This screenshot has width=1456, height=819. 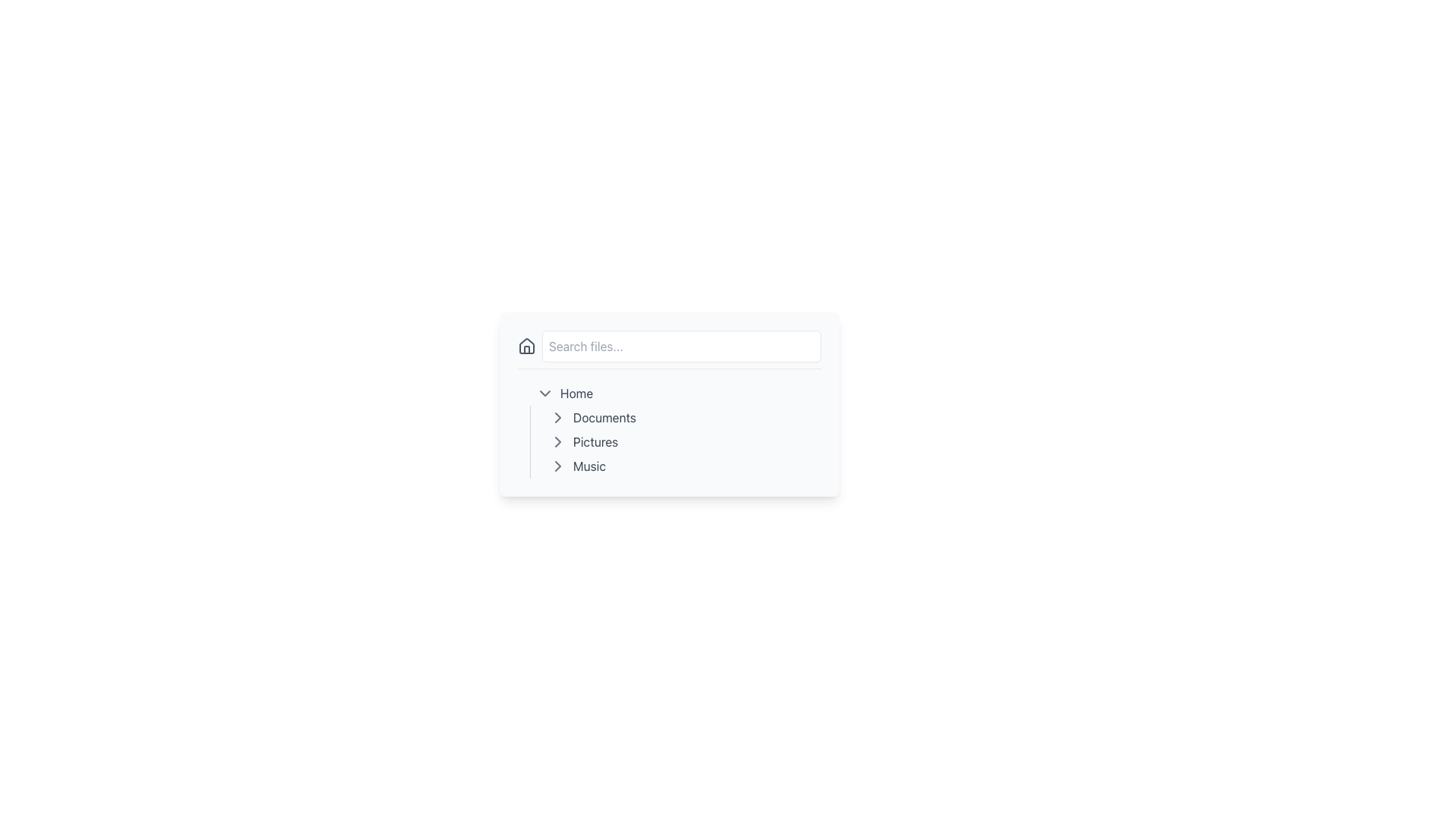 I want to click on the first Interactive List Item in the 'Home' section, so click(x=675, y=393).